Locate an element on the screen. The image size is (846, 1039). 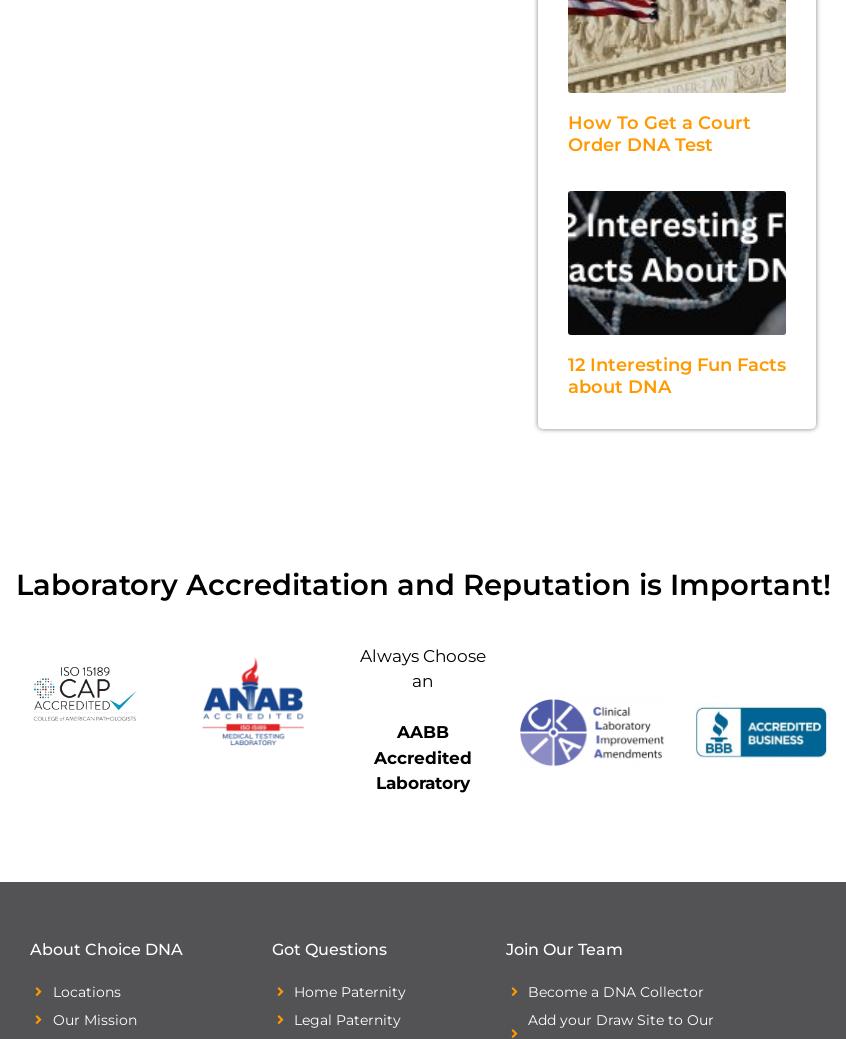
'Laboratory' is located at coordinates (375, 781).